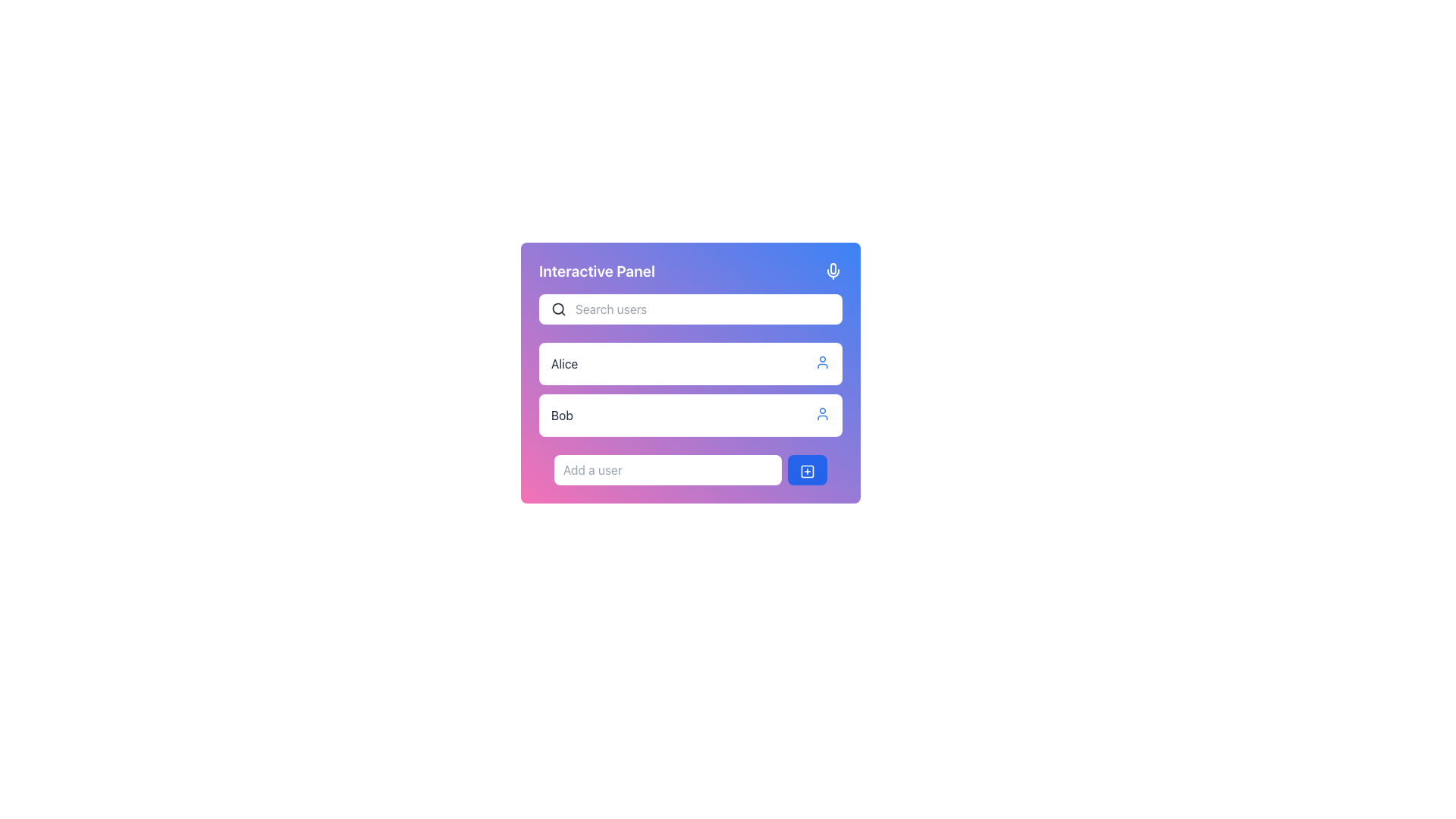  Describe the element at coordinates (690, 388) in the screenshot. I see `the List of structured containers arranged vertically` at that location.